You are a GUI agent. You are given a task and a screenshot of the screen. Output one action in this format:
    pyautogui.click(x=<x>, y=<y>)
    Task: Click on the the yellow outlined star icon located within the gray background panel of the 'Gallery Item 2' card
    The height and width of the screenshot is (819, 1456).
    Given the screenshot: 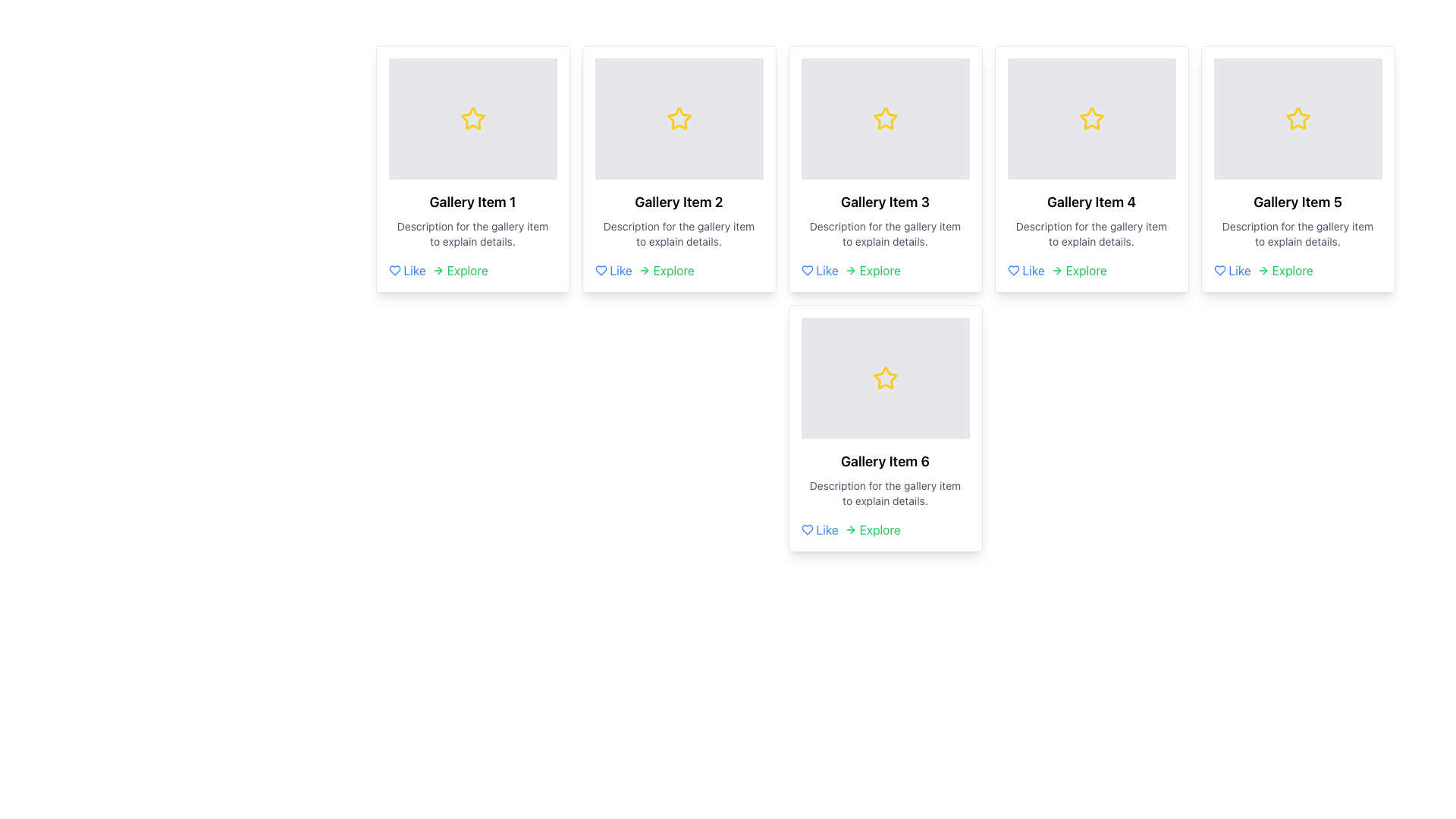 What is the action you would take?
    pyautogui.click(x=678, y=118)
    